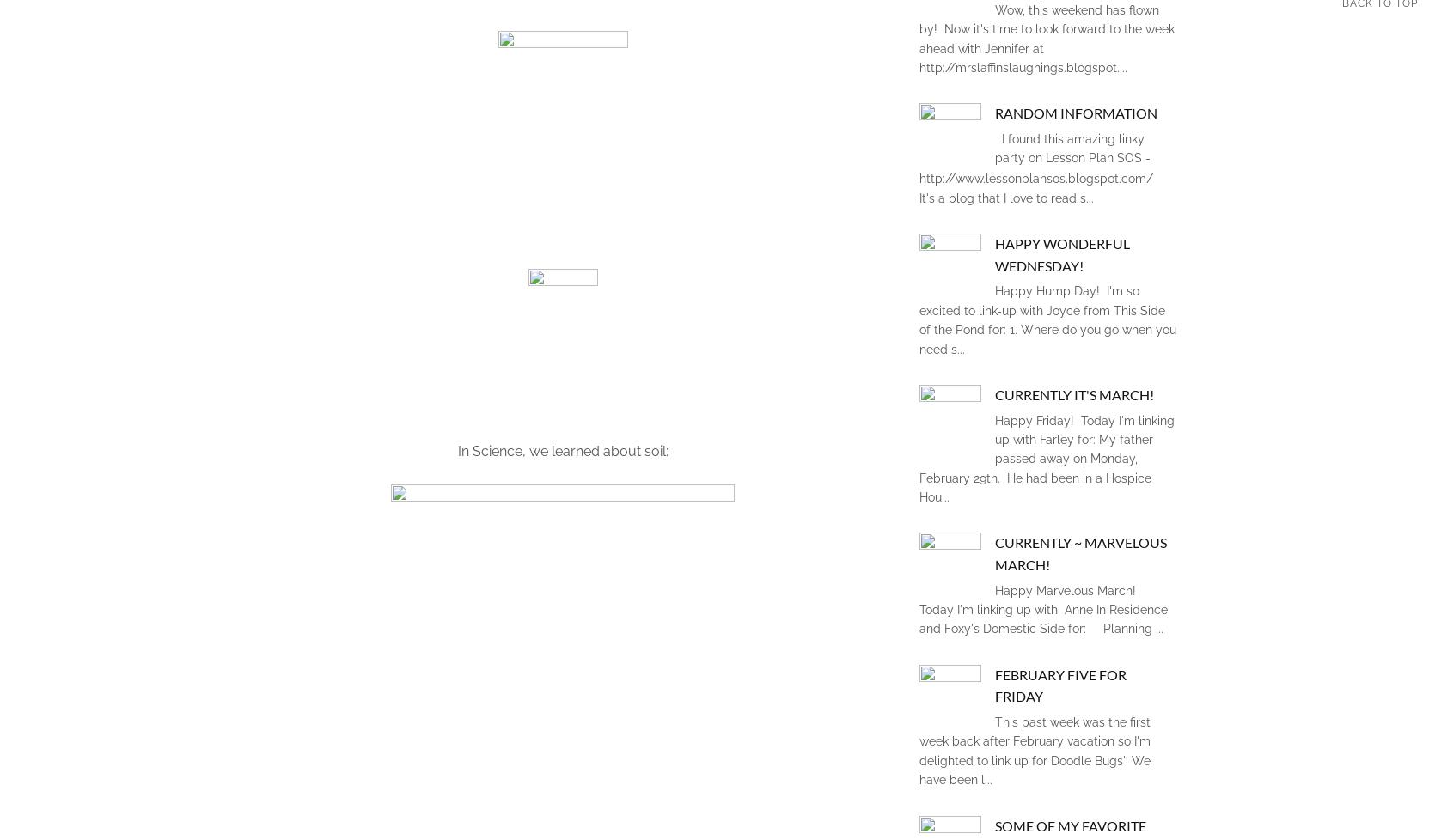 The height and width of the screenshot is (840, 1435). What do you see at coordinates (919, 458) in the screenshot?
I see `'Happy Friday!  Today I'm linking up with Farley for:      My father passed away on Monday, February 29th.  He had been in a Hospice Hou...'` at bounding box center [919, 458].